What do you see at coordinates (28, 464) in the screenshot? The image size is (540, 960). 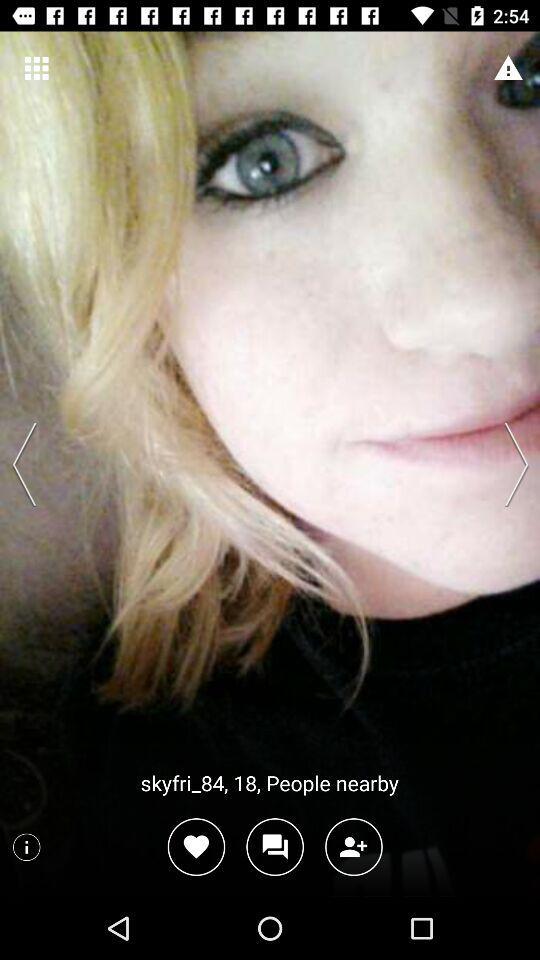 I see `go back` at bounding box center [28, 464].